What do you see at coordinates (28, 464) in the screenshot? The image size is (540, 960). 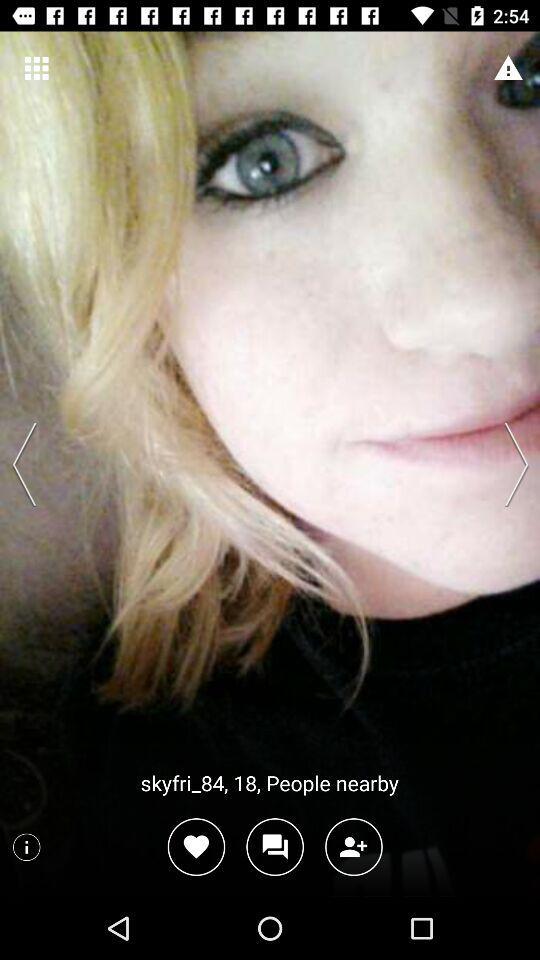 I see `go back` at bounding box center [28, 464].